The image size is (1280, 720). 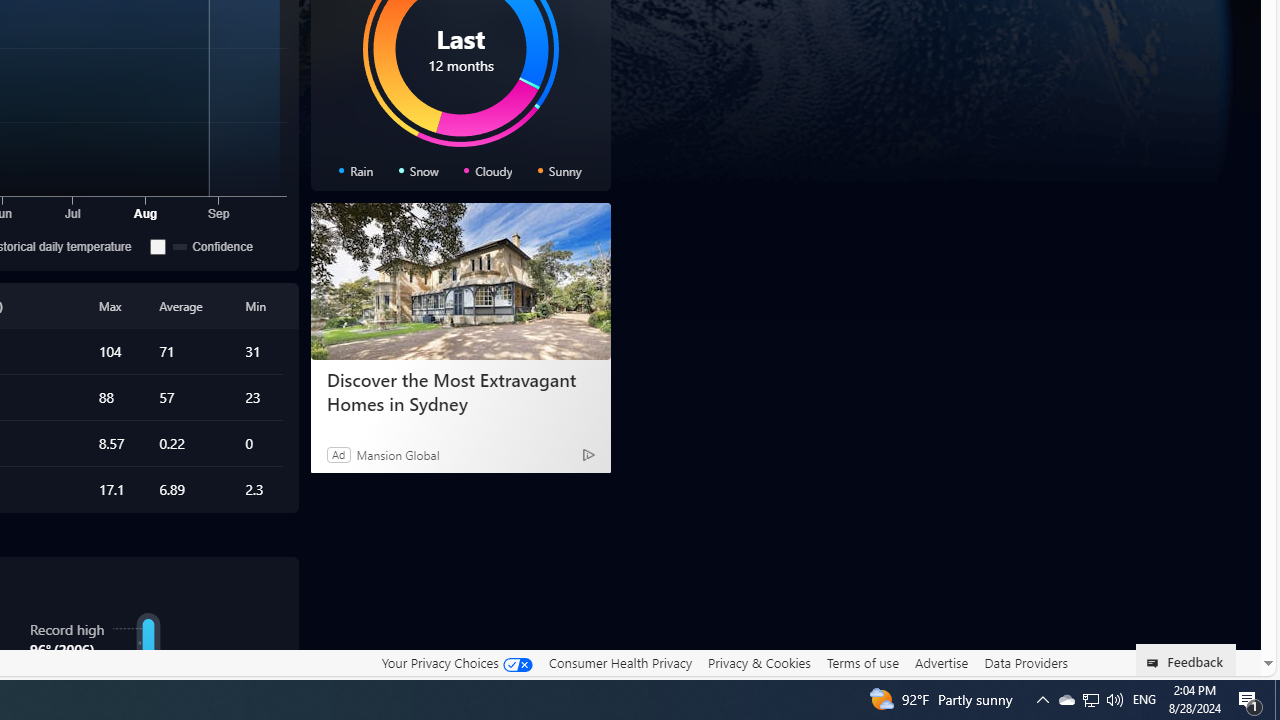 What do you see at coordinates (1186, 659) in the screenshot?
I see `'Feedback'` at bounding box center [1186, 659].